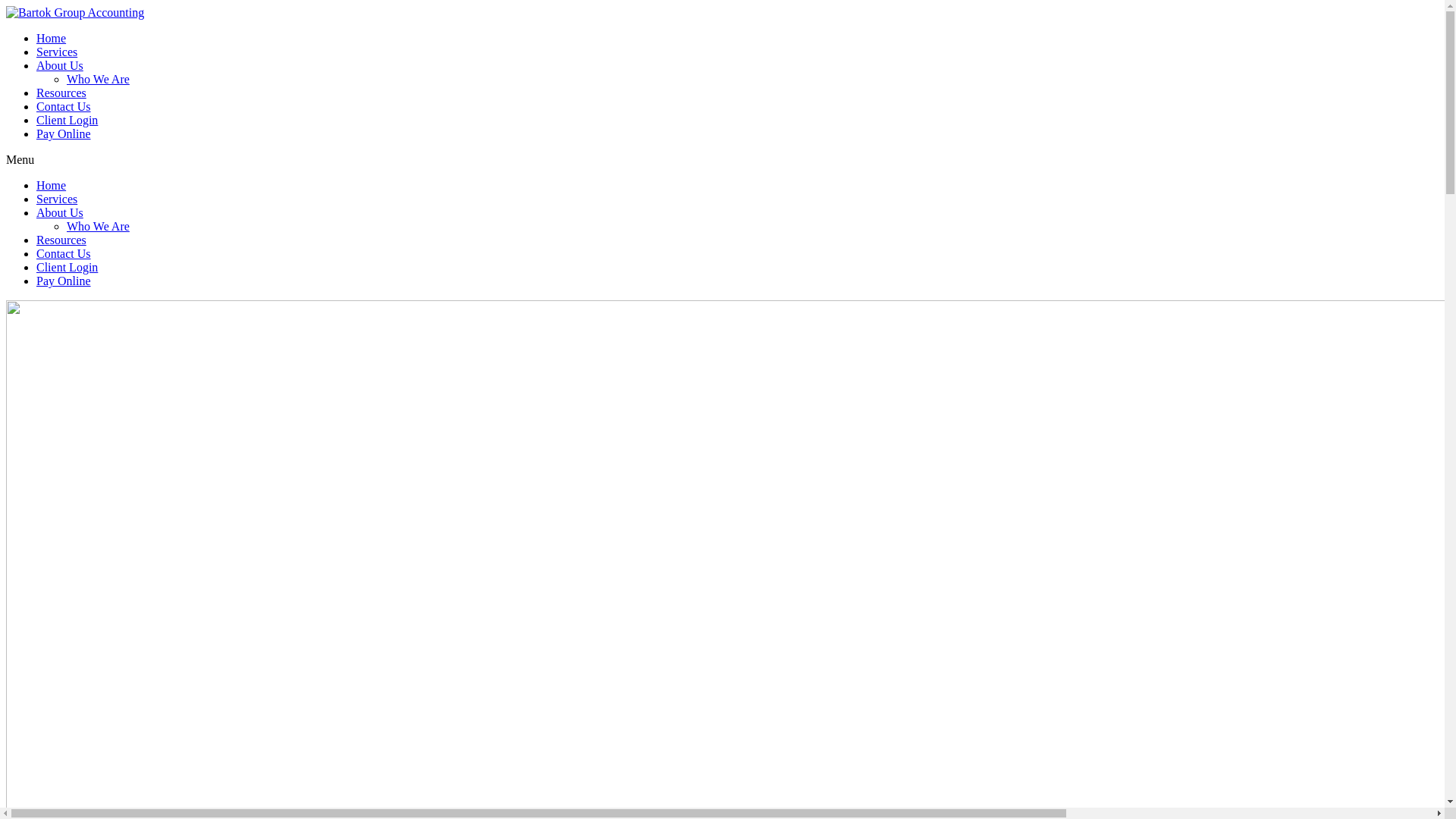 This screenshot has height=819, width=1456. What do you see at coordinates (66, 119) in the screenshot?
I see `'Client Login'` at bounding box center [66, 119].